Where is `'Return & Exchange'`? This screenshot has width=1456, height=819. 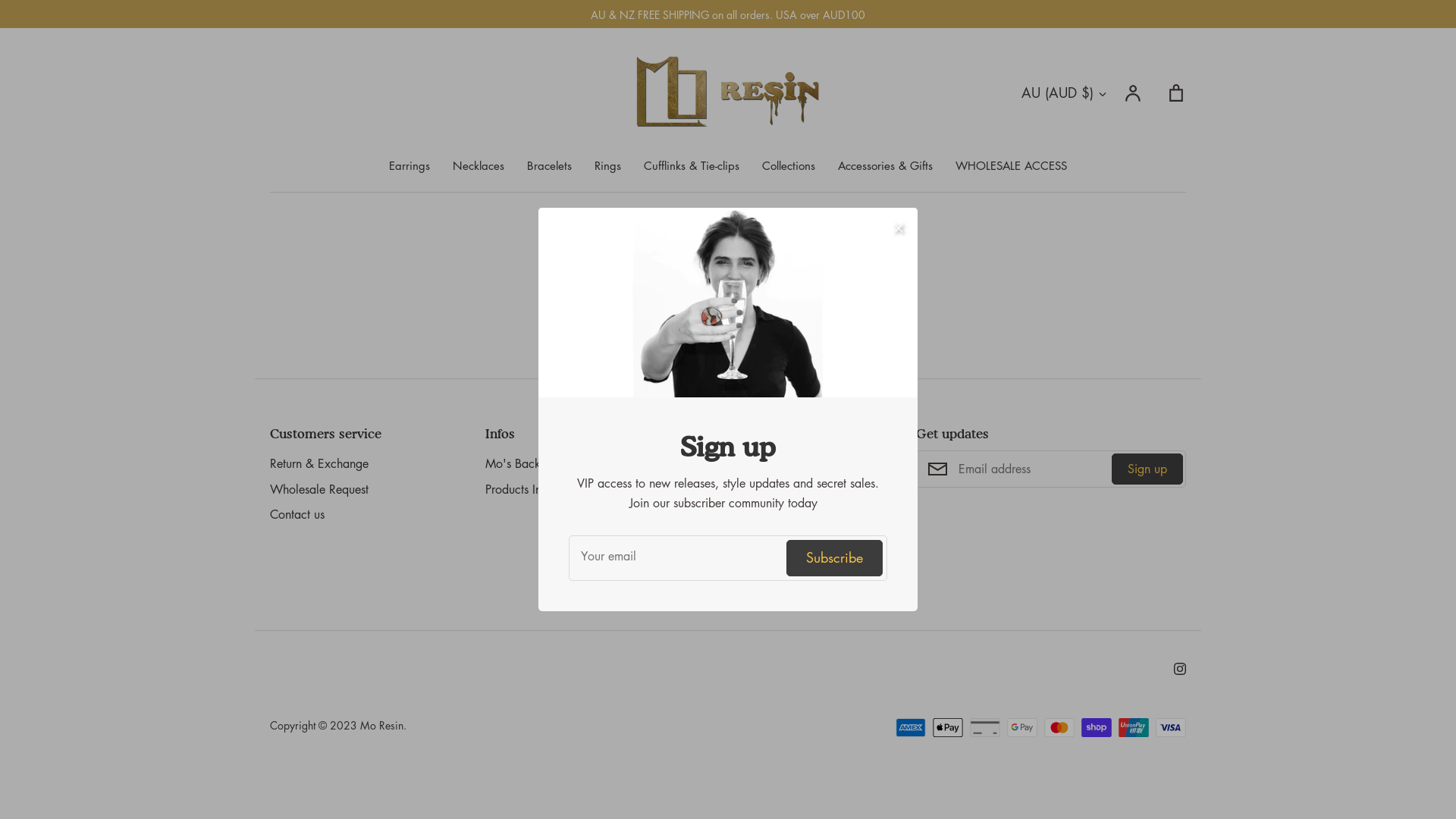 'Return & Exchange' is located at coordinates (269, 463).